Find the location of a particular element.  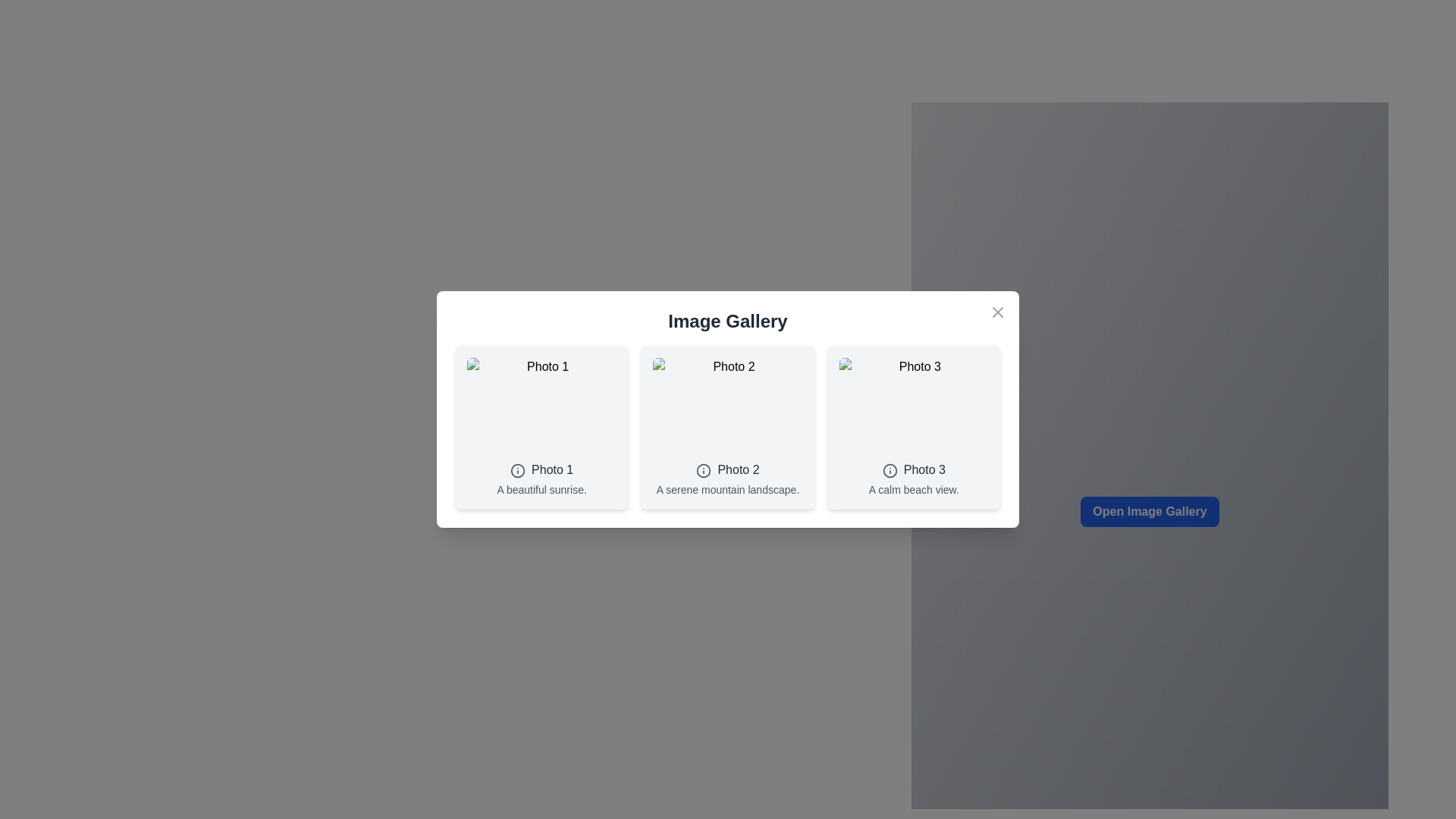

the topmost image element associated with 'Photo 2', which serves as a visual representation of 'A serene mountain landscape.' is located at coordinates (728, 406).